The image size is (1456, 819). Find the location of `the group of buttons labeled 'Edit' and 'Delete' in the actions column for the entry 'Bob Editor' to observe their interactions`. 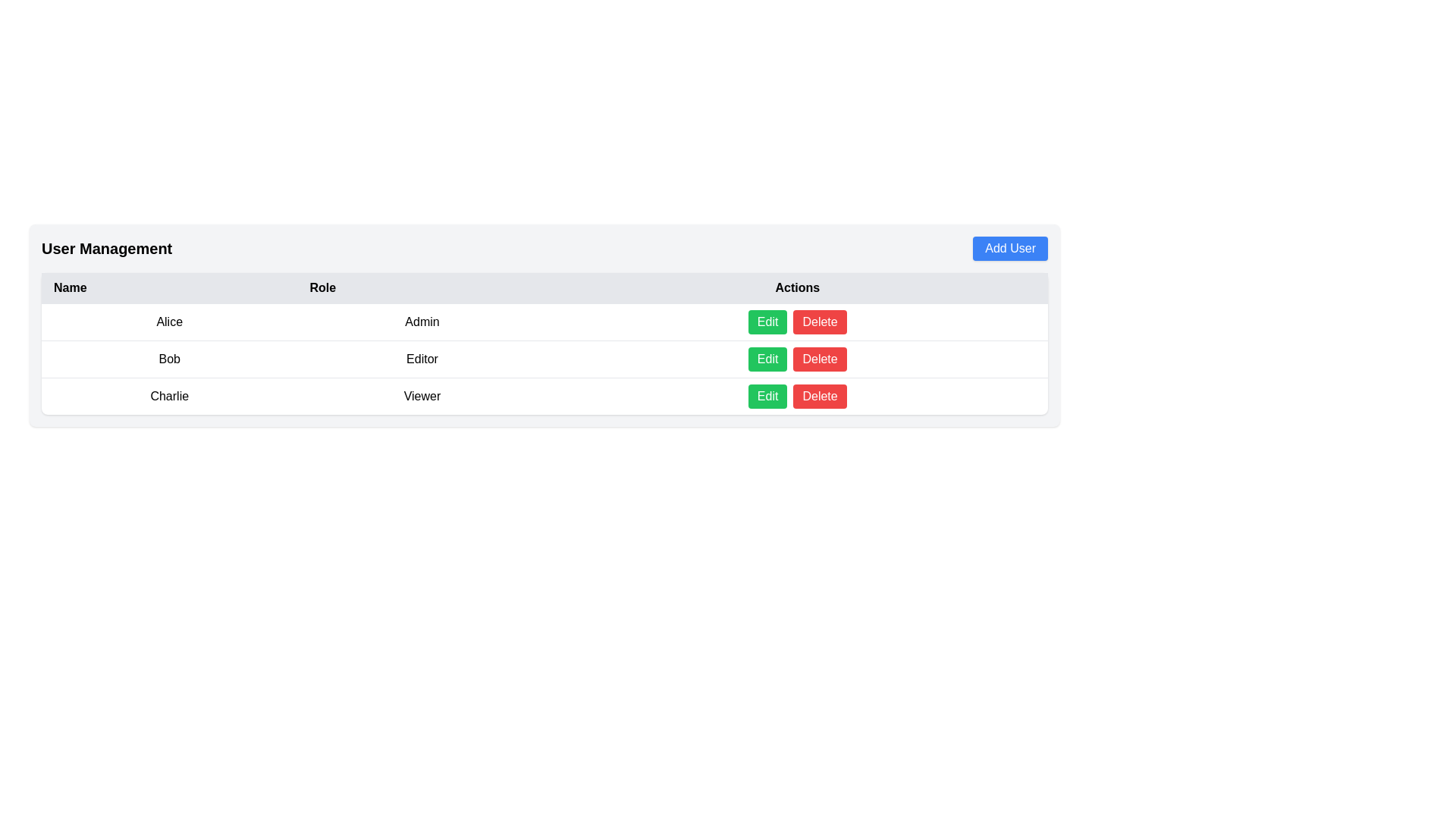

the group of buttons labeled 'Edit' and 'Delete' in the actions column for the entry 'Bob Editor' to observe their interactions is located at coordinates (796, 359).